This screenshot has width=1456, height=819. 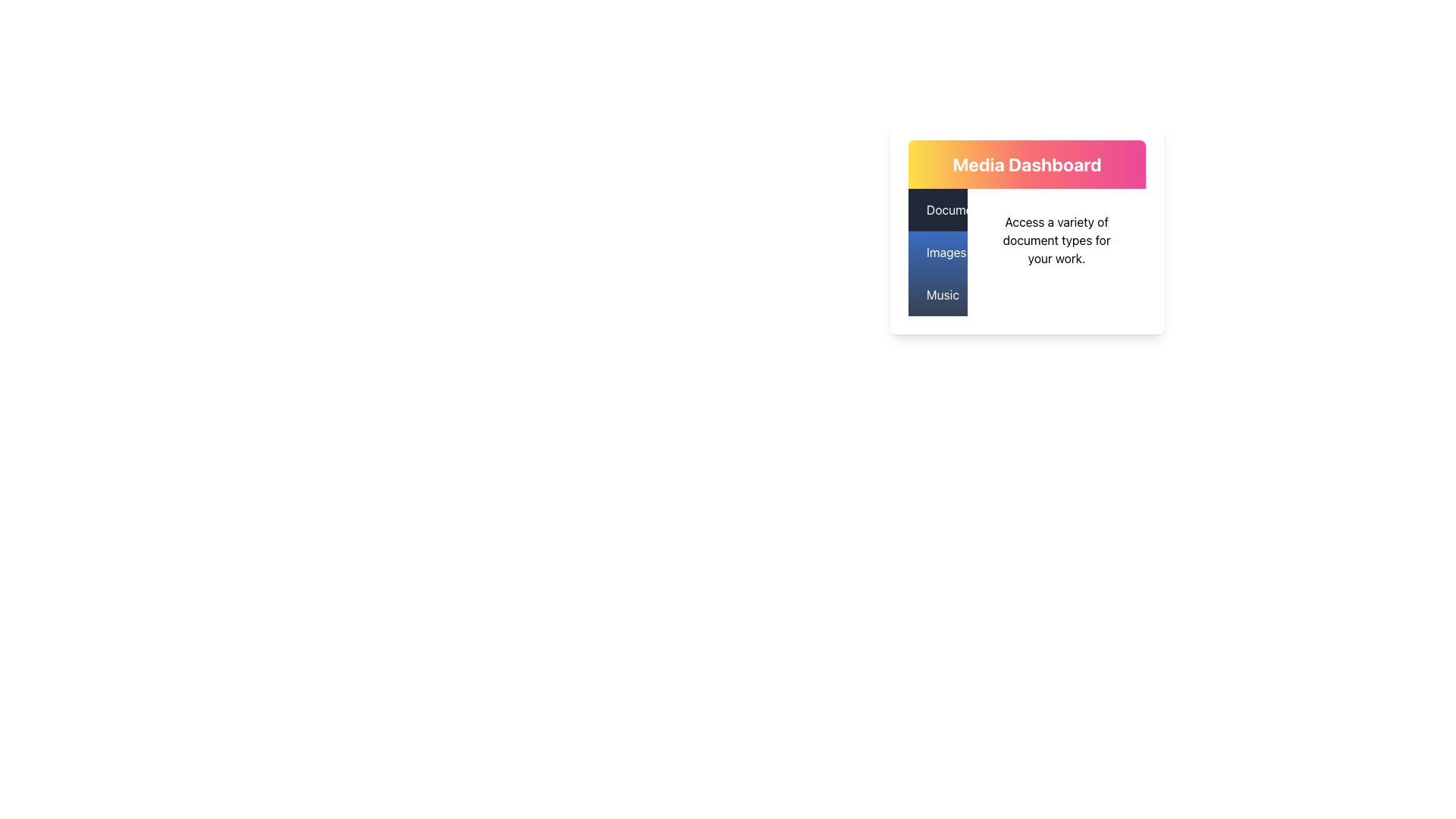 What do you see at coordinates (946, 251) in the screenshot?
I see `the text element in the navigation menu that is positioned below 'Documents' and above 'Music'` at bounding box center [946, 251].